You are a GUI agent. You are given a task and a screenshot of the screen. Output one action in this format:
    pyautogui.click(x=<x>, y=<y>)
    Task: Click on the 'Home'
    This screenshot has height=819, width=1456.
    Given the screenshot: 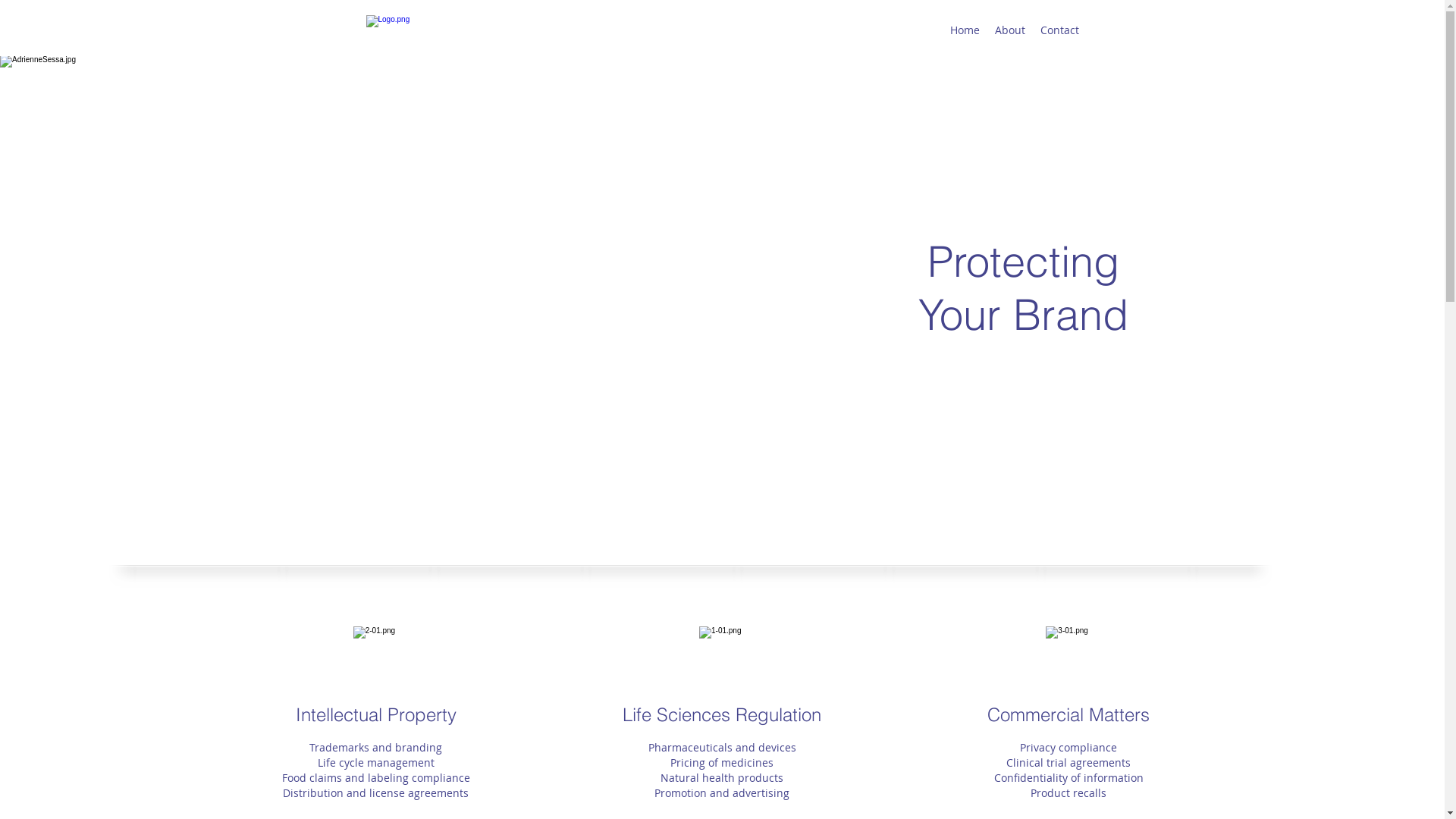 What is the action you would take?
    pyautogui.click(x=963, y=30)
    